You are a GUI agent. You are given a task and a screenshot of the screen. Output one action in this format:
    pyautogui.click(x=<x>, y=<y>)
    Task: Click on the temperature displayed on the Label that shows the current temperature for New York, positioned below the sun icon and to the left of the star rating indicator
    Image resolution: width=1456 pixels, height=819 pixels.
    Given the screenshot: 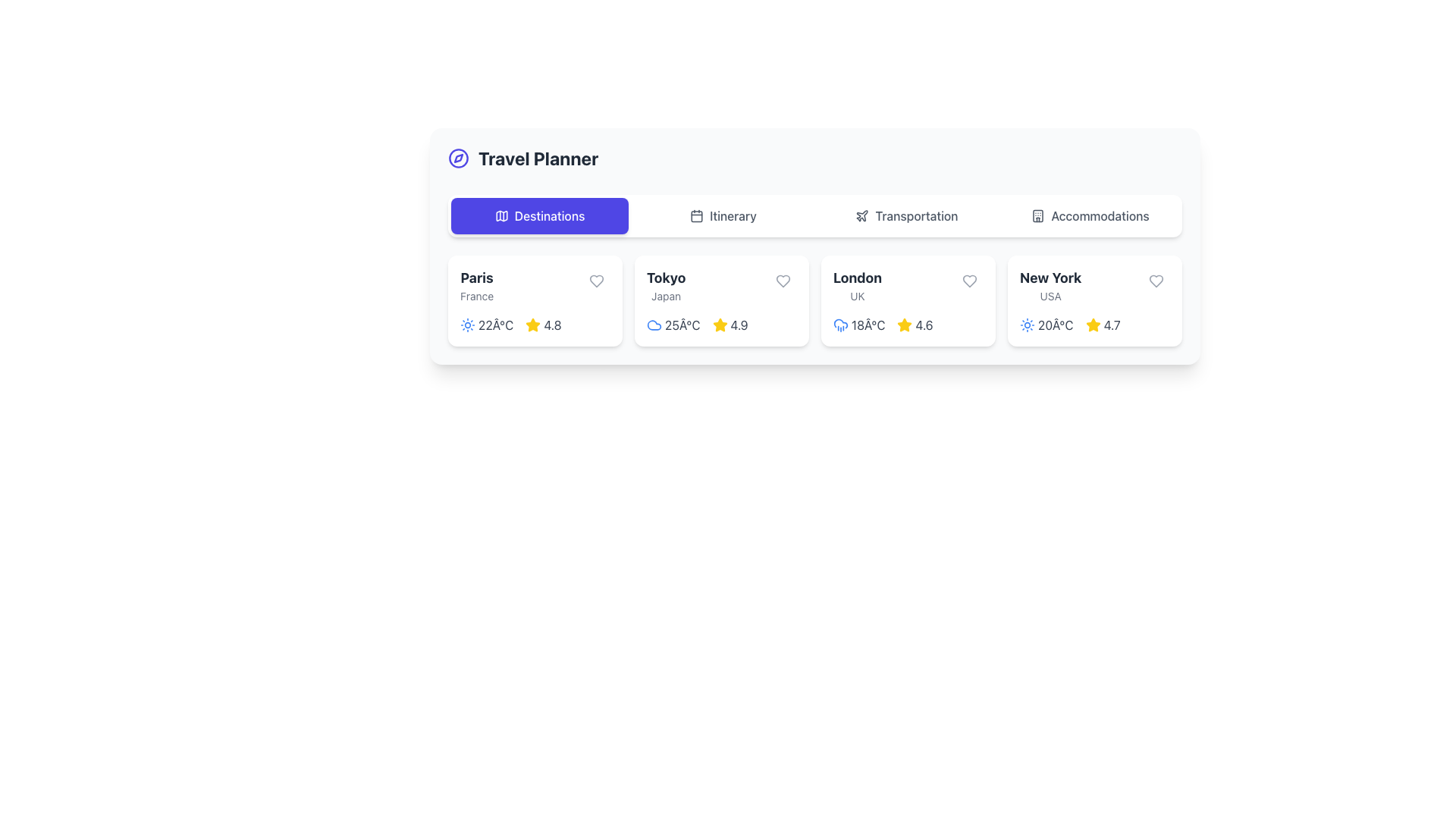 What is the action you would take?
    pyautogui.click(x=1055, y=324)
    